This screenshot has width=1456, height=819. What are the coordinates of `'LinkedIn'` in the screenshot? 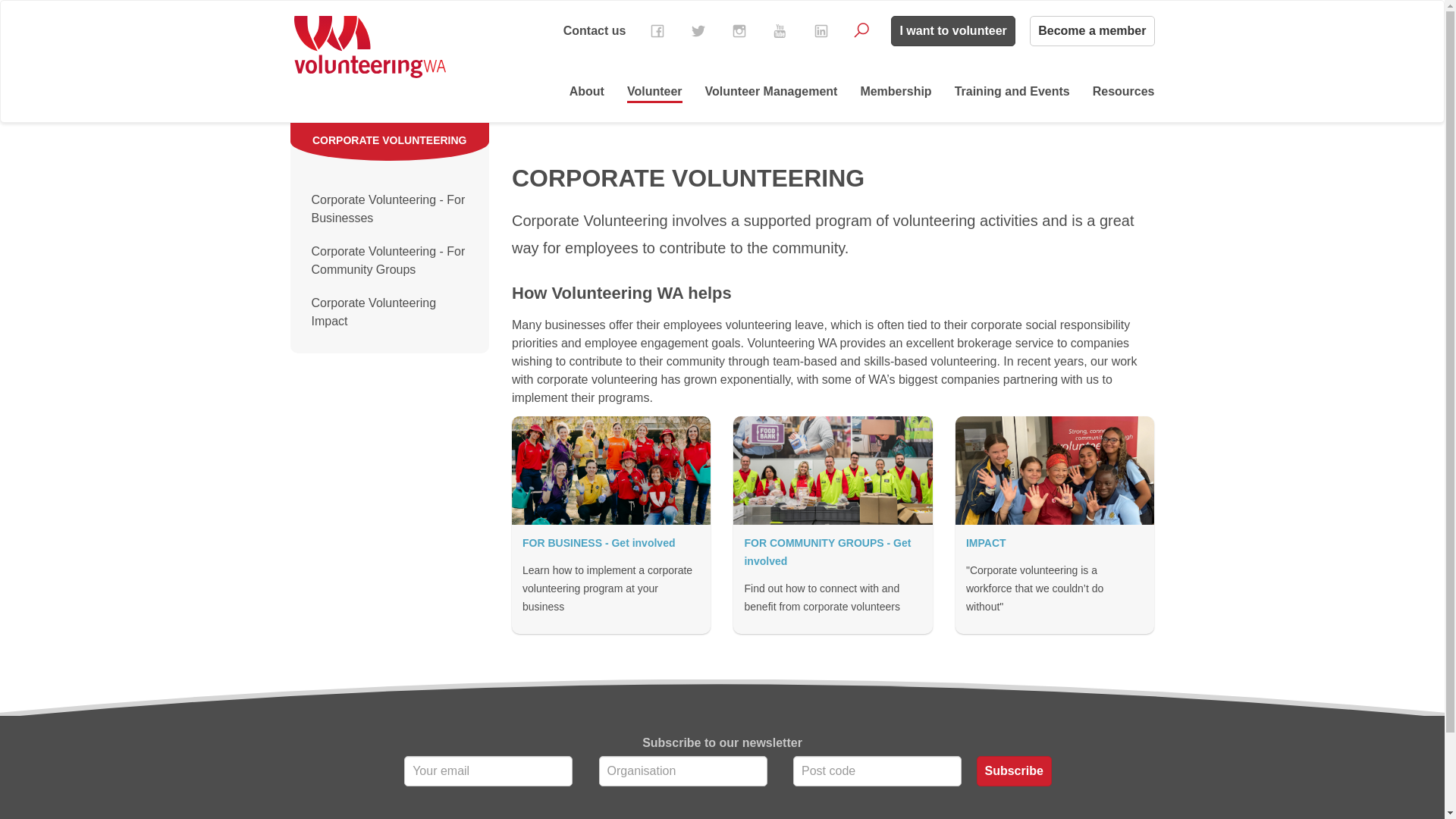 It's located at (800, 31).